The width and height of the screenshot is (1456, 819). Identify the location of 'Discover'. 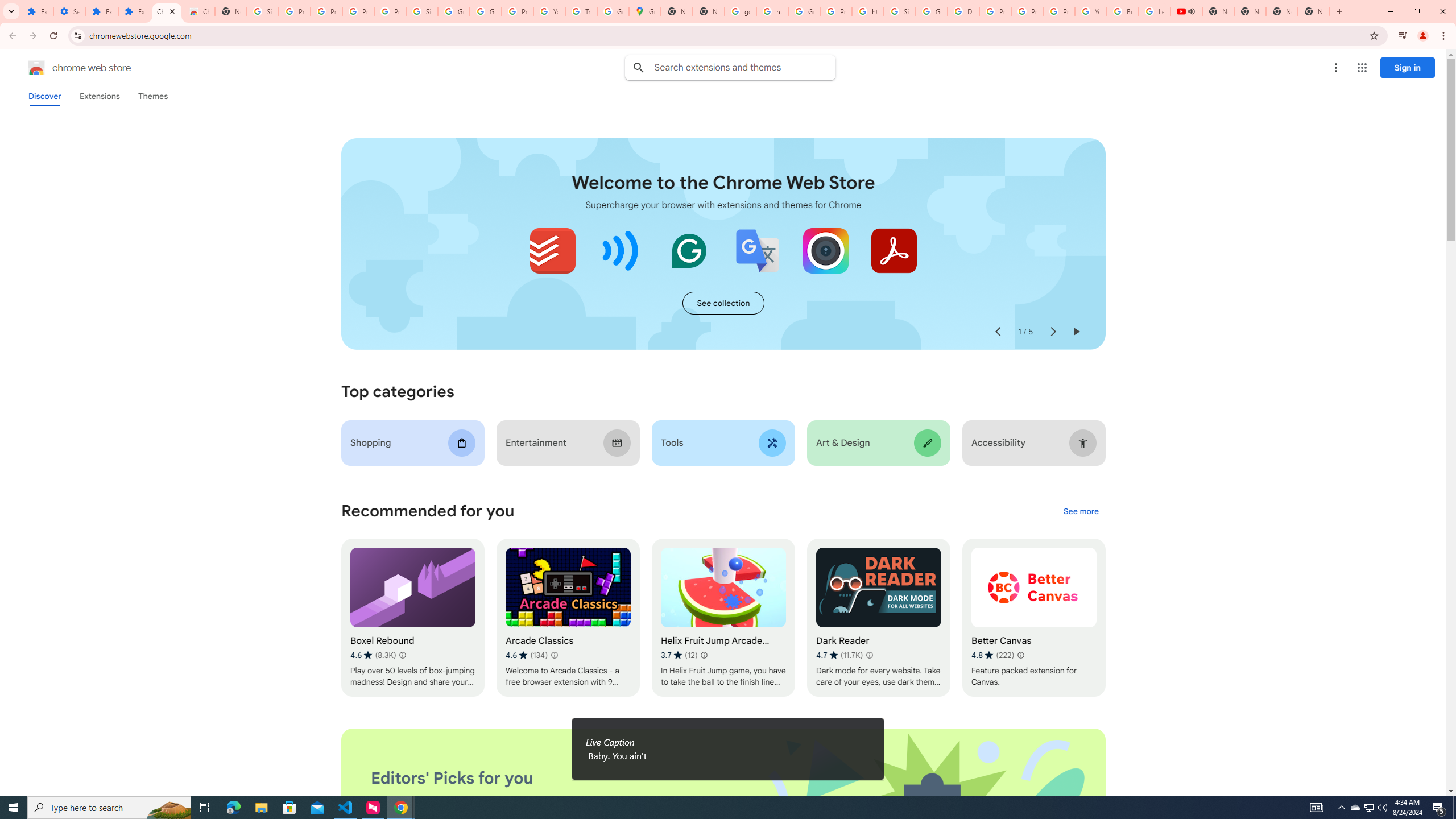
(44, 96).